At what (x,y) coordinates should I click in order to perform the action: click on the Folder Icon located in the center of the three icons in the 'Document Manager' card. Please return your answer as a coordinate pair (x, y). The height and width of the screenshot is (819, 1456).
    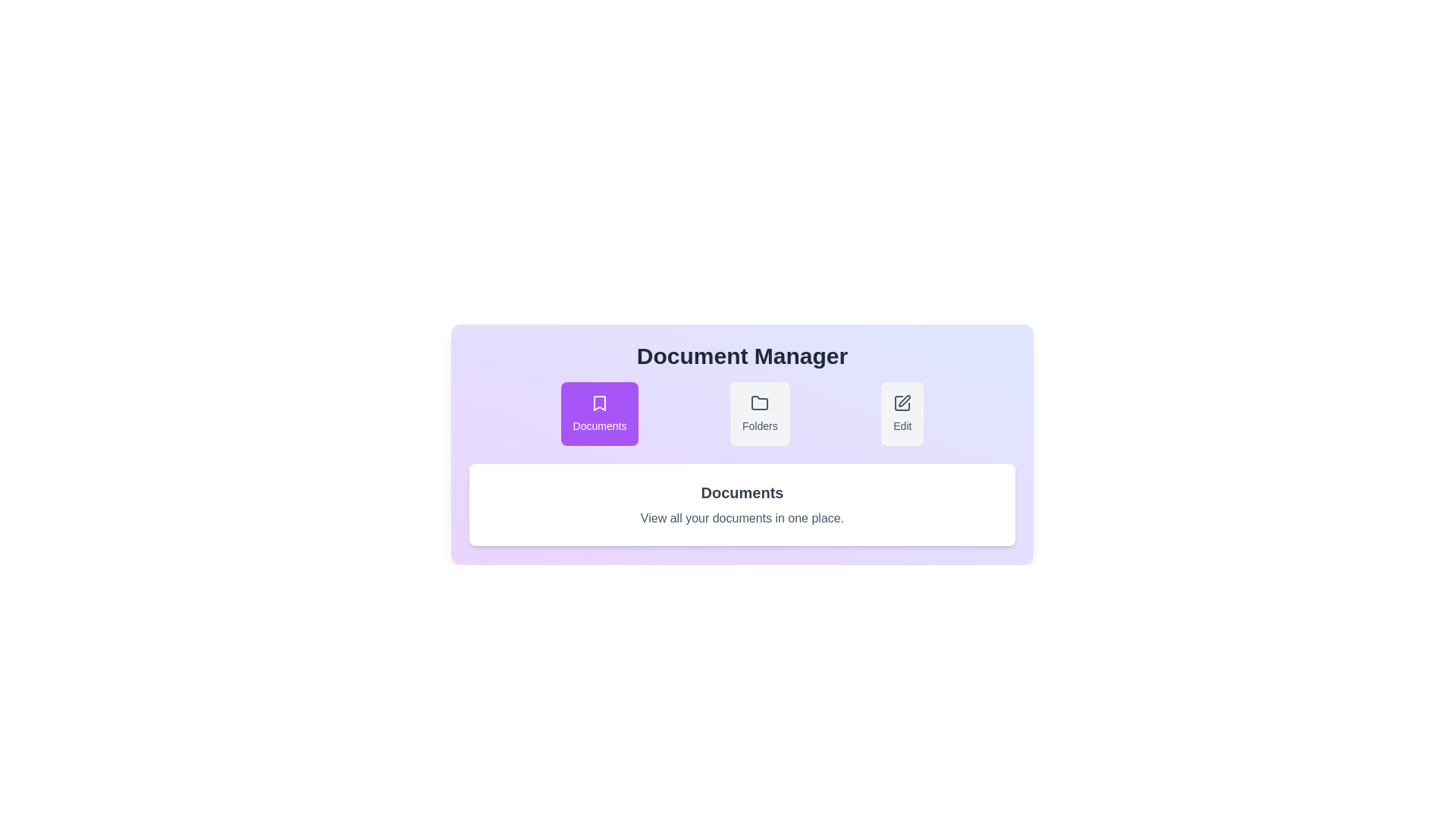
    Looking at the image, I should click on (760, 402).